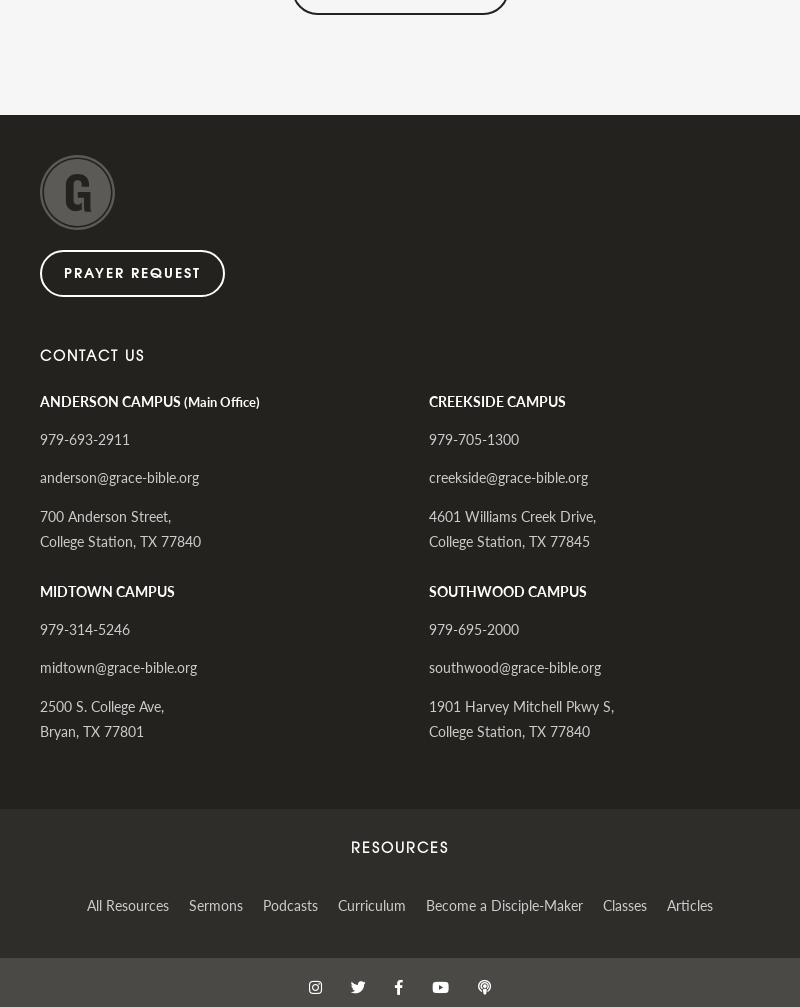 The width and height of the screenshot is (800, 1007). What do you see at coordinates (101, 704) in the screenshot?
I see `'2500 S. College Ave,'` at bounding box center [101, 704].